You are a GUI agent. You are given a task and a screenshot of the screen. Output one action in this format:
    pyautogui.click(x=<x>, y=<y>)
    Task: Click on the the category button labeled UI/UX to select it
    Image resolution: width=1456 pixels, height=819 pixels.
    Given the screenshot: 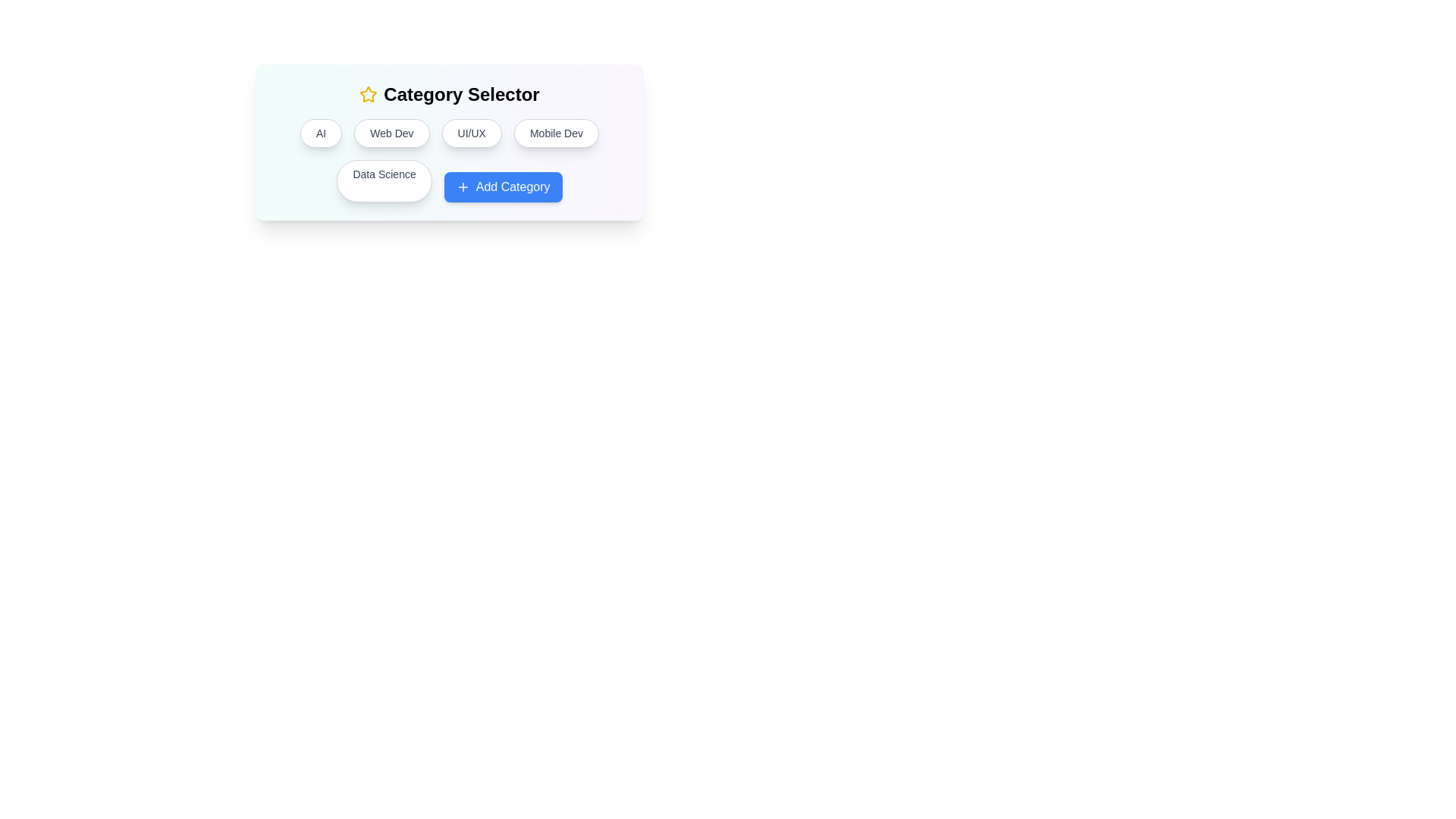 What is the action you would take?
    pyautogui.click(x=471, y=133)
    